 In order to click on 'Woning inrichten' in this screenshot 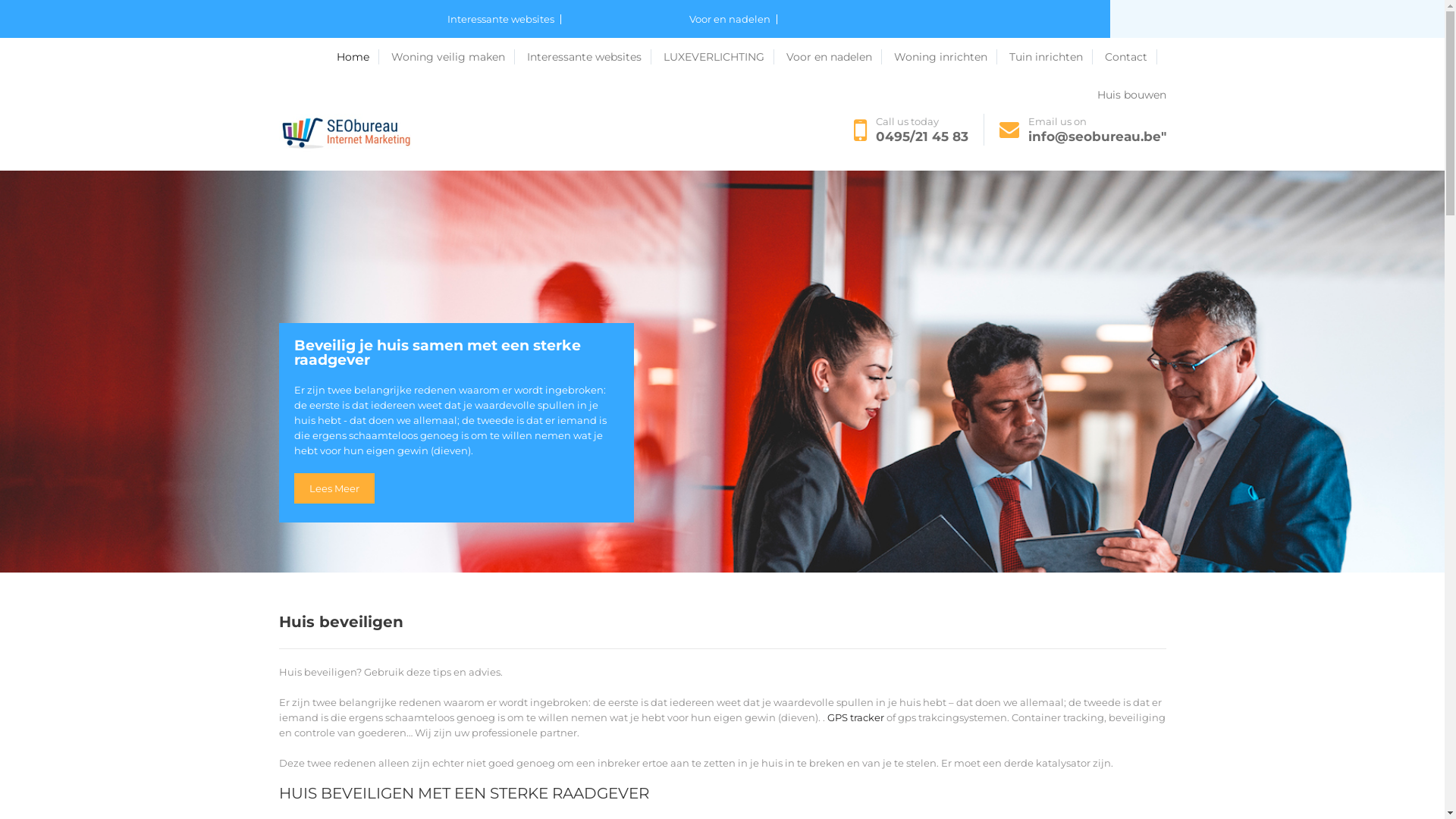, I will do `click(944, 55)`.